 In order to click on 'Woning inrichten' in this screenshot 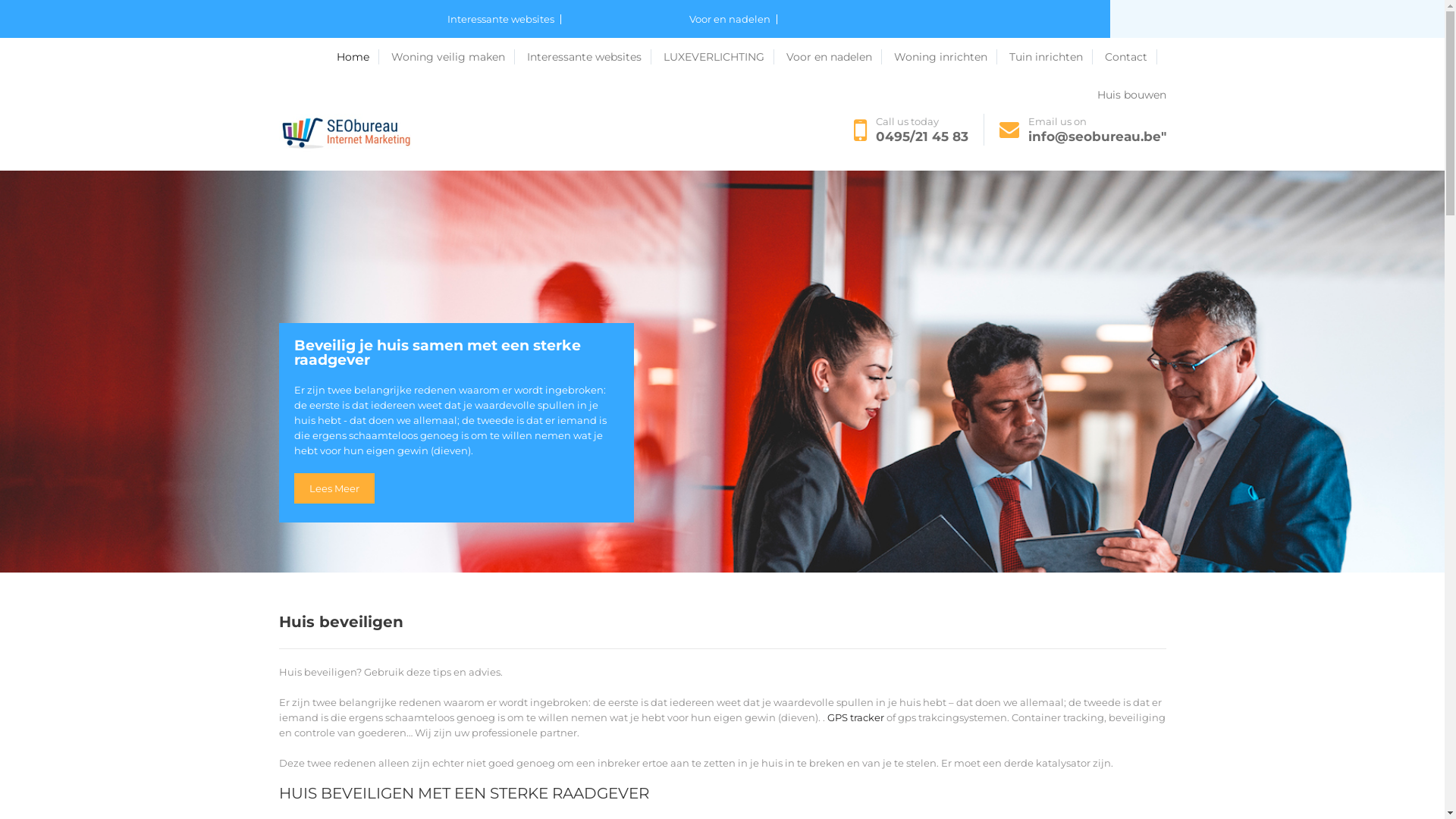, I will do `click(944, 55)`.